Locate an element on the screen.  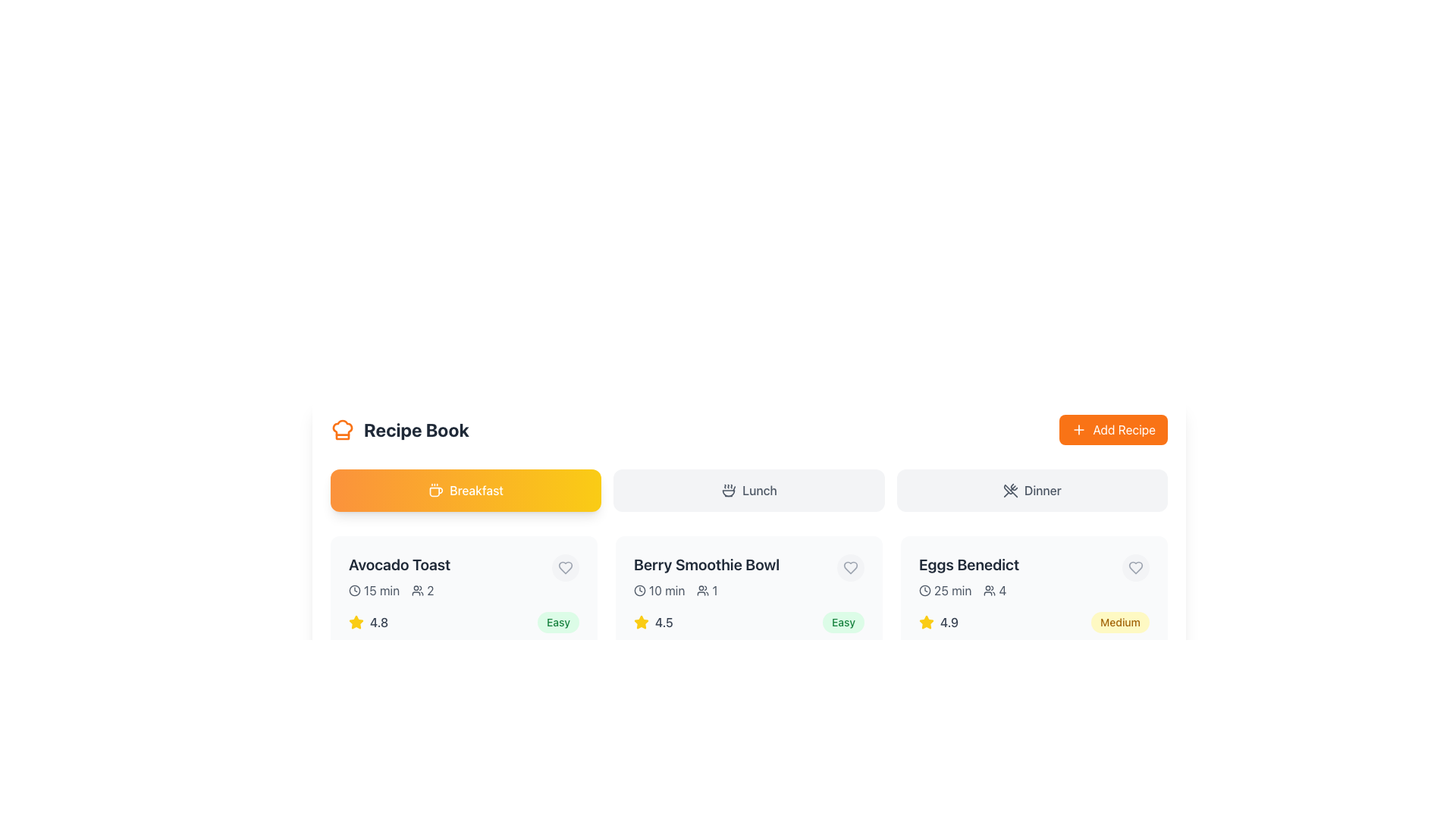
the 'Medium' difficulty level label located at the bottom-right corner of the 'Eggs Benedict' section, adjacent to the recipe rating of 4.9 is located at coordinates (1120, 623).